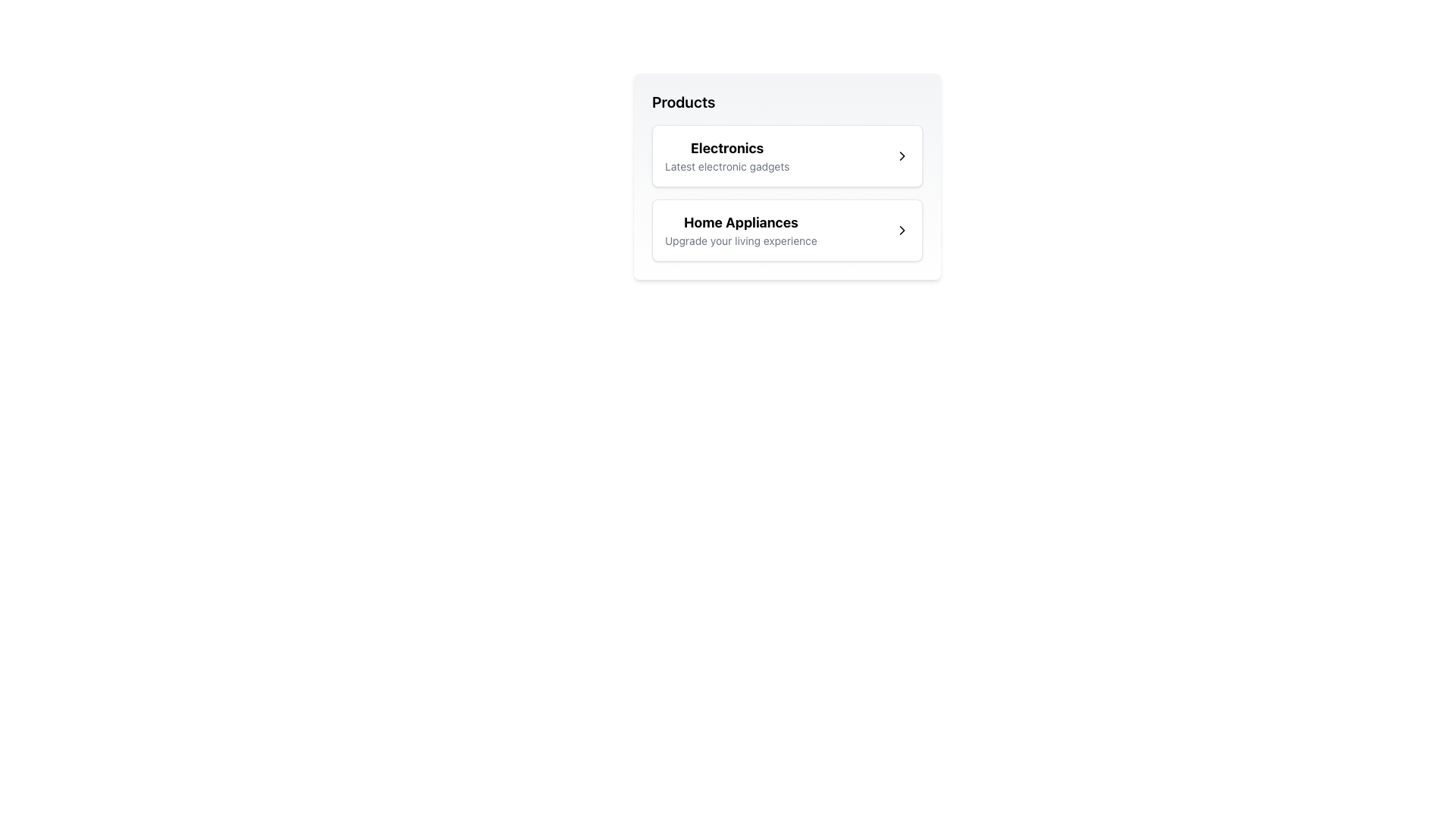 The width and height of the screenshot is (1456, 819). What do you see at coordinates (902, 231) in the screenshot?
I see `the navigation button located to the right of the 'Home Appliances' entry in the product categories list` at bounding box center [902, 231].